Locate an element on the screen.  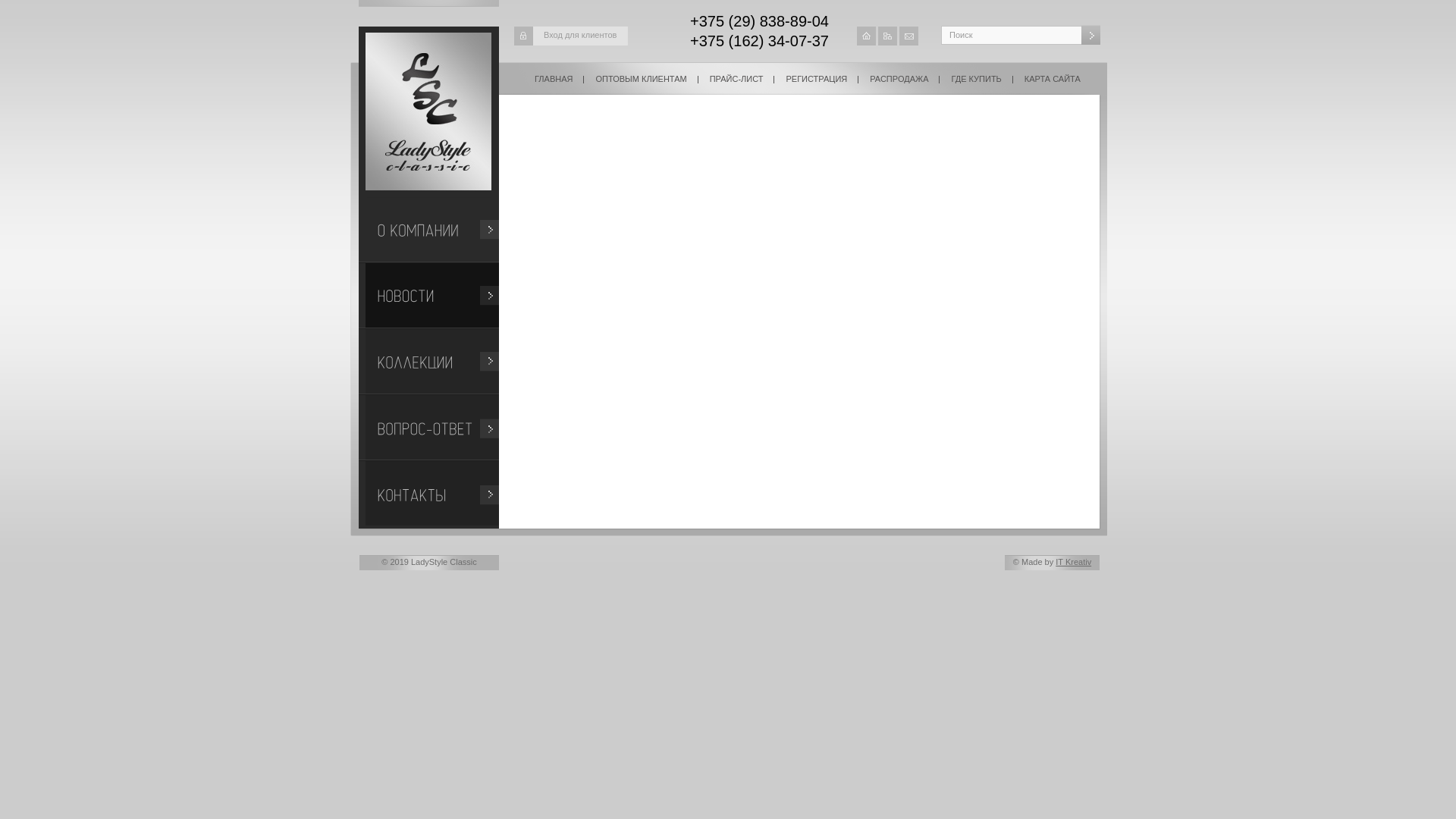
'IT Kreativ' is located at coordinates (1072, 561).